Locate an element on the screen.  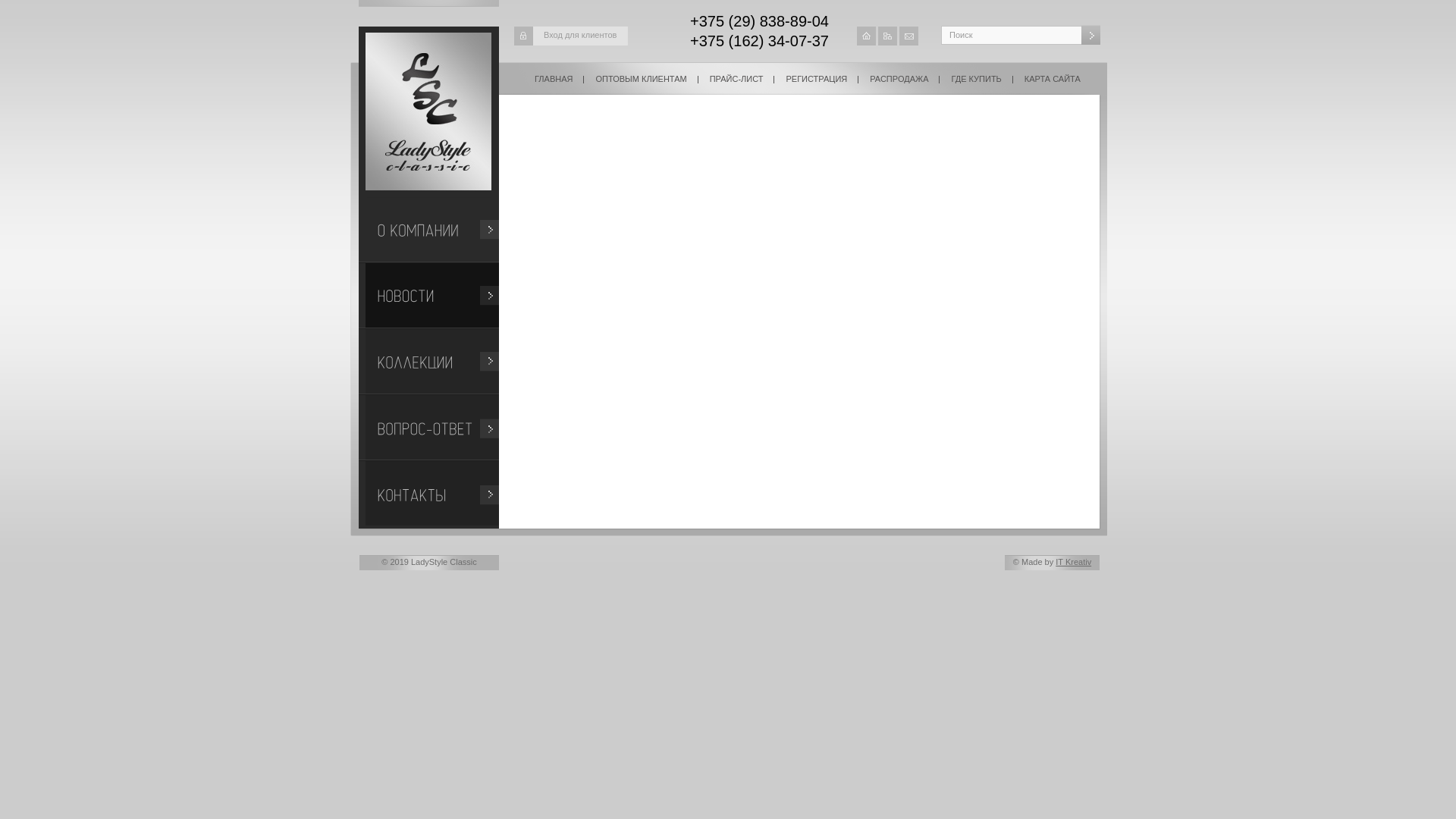
'IT Kreativ' is located at coordinates (1072, 561).